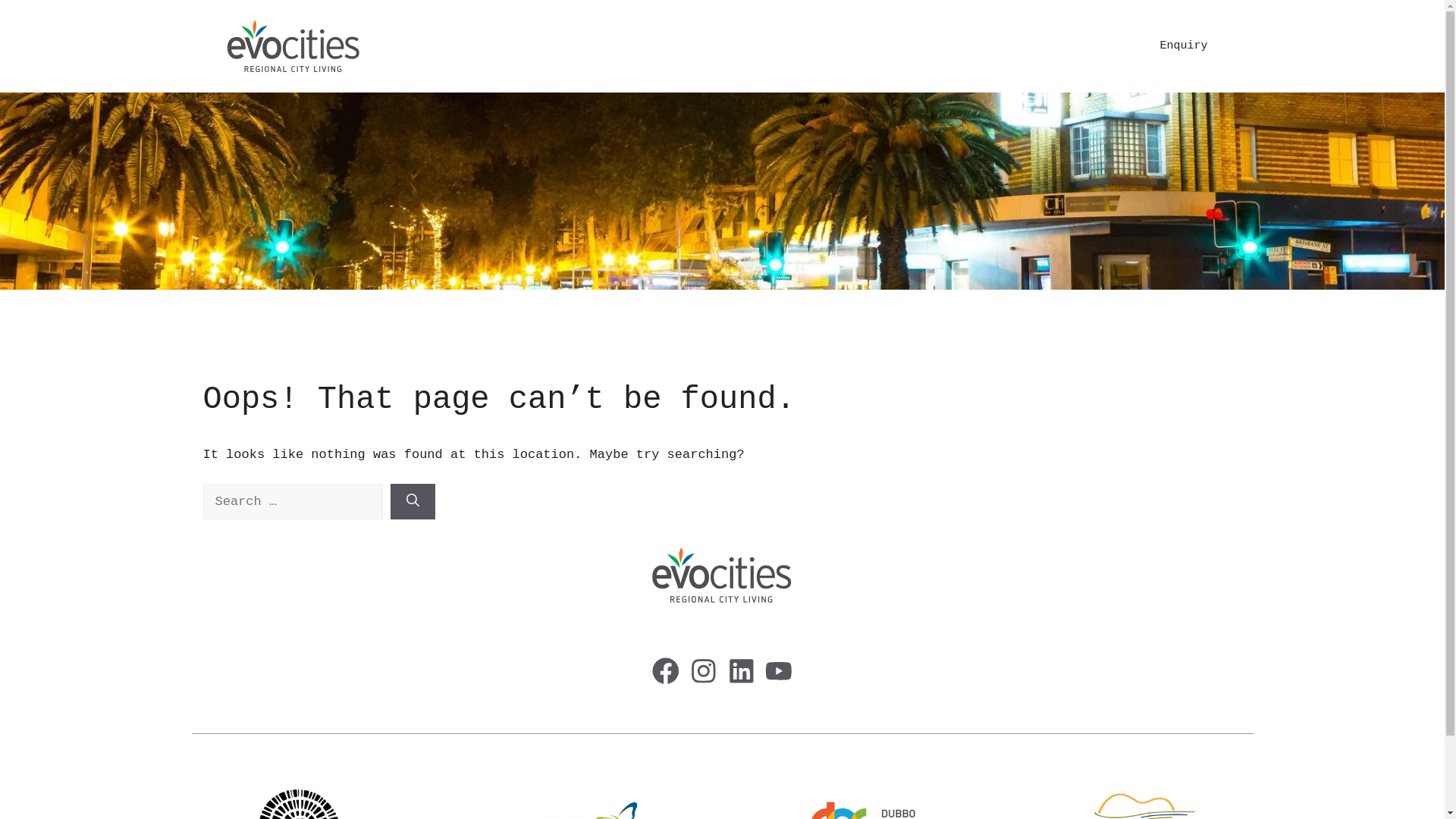  I want to click on 'Evocities', so click(293, 45).